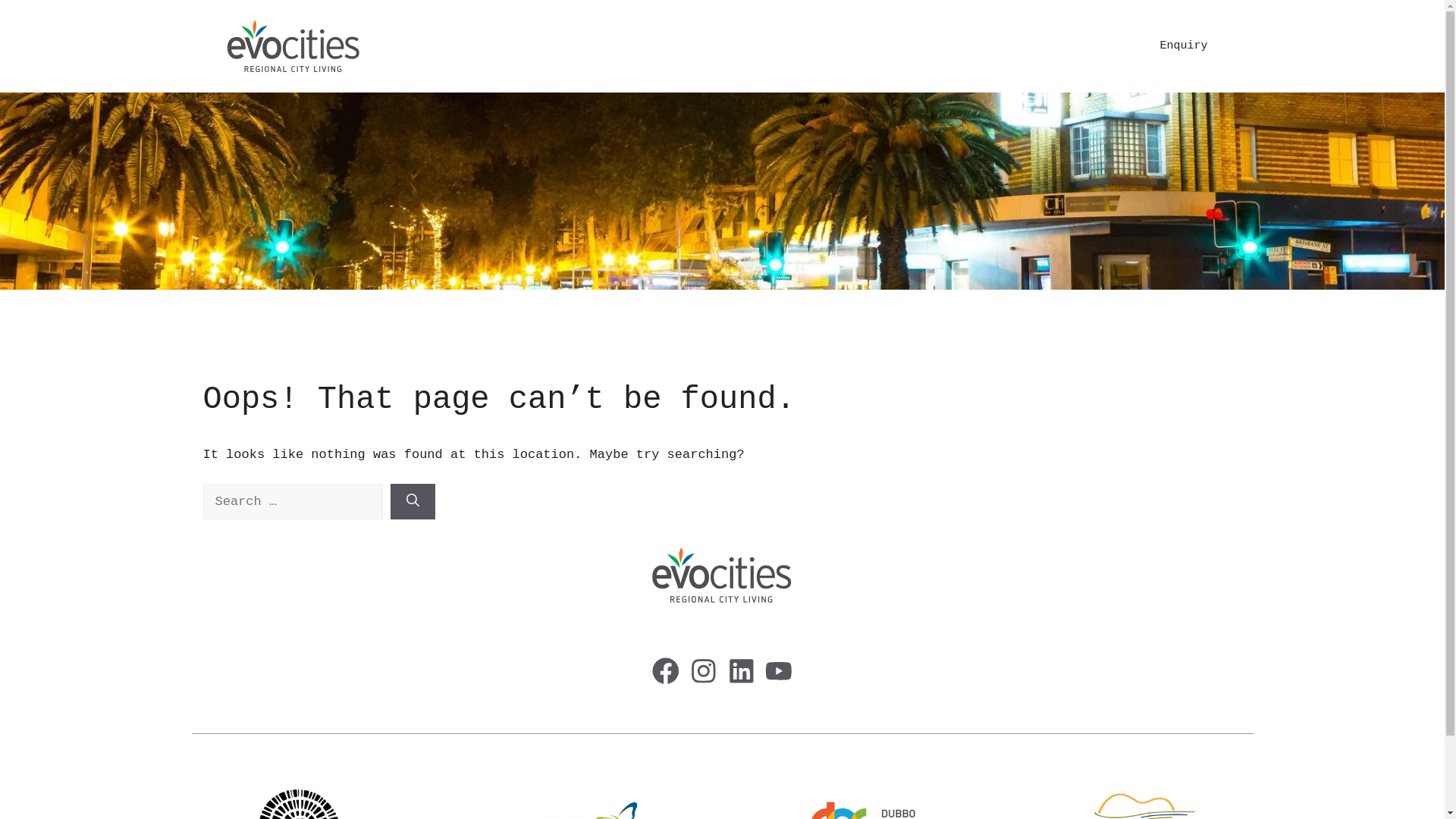  I want to click on 'Evocities', so click(293, 45).